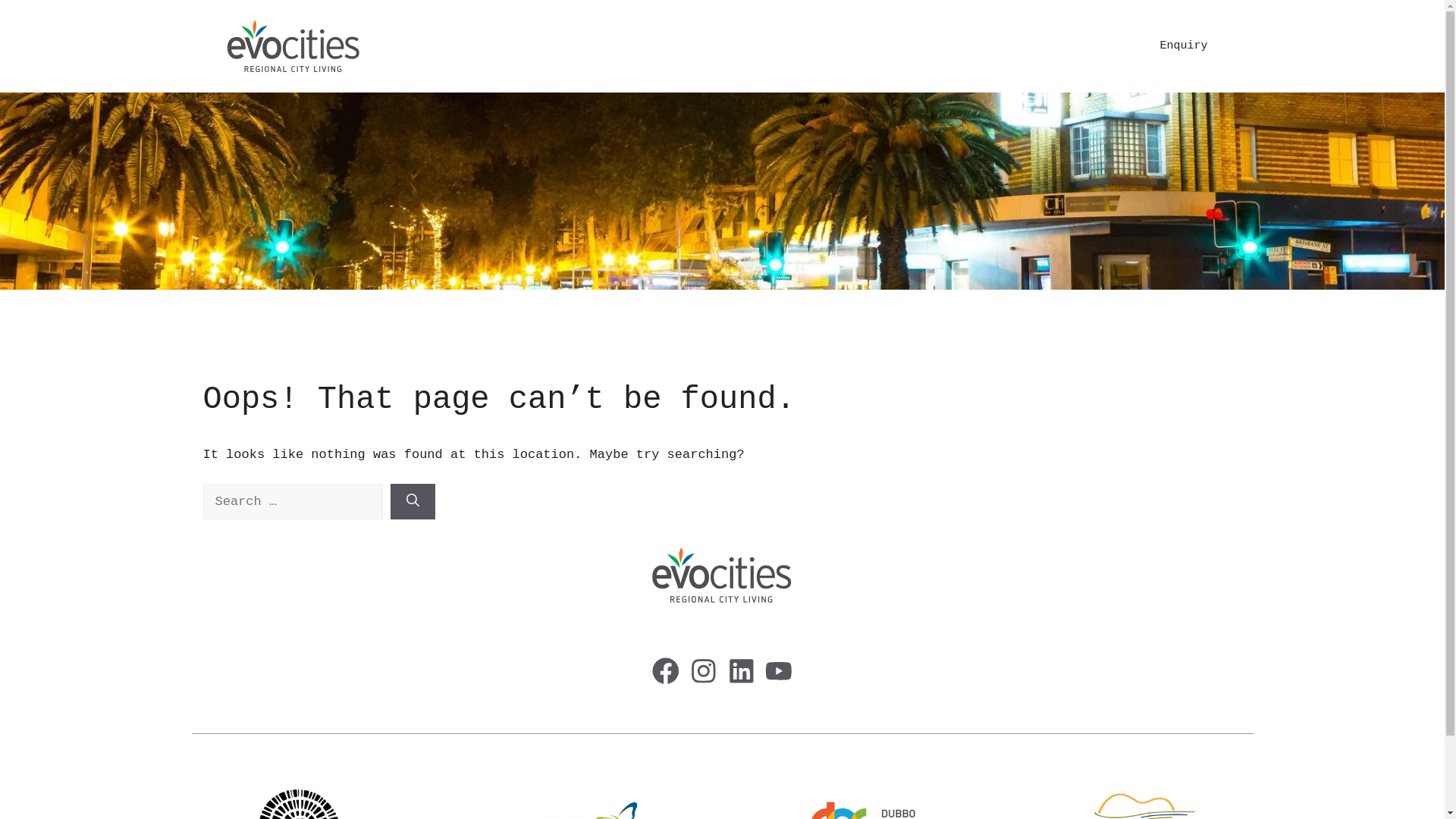  I want to click on 'Evocities', so click(293, 45).